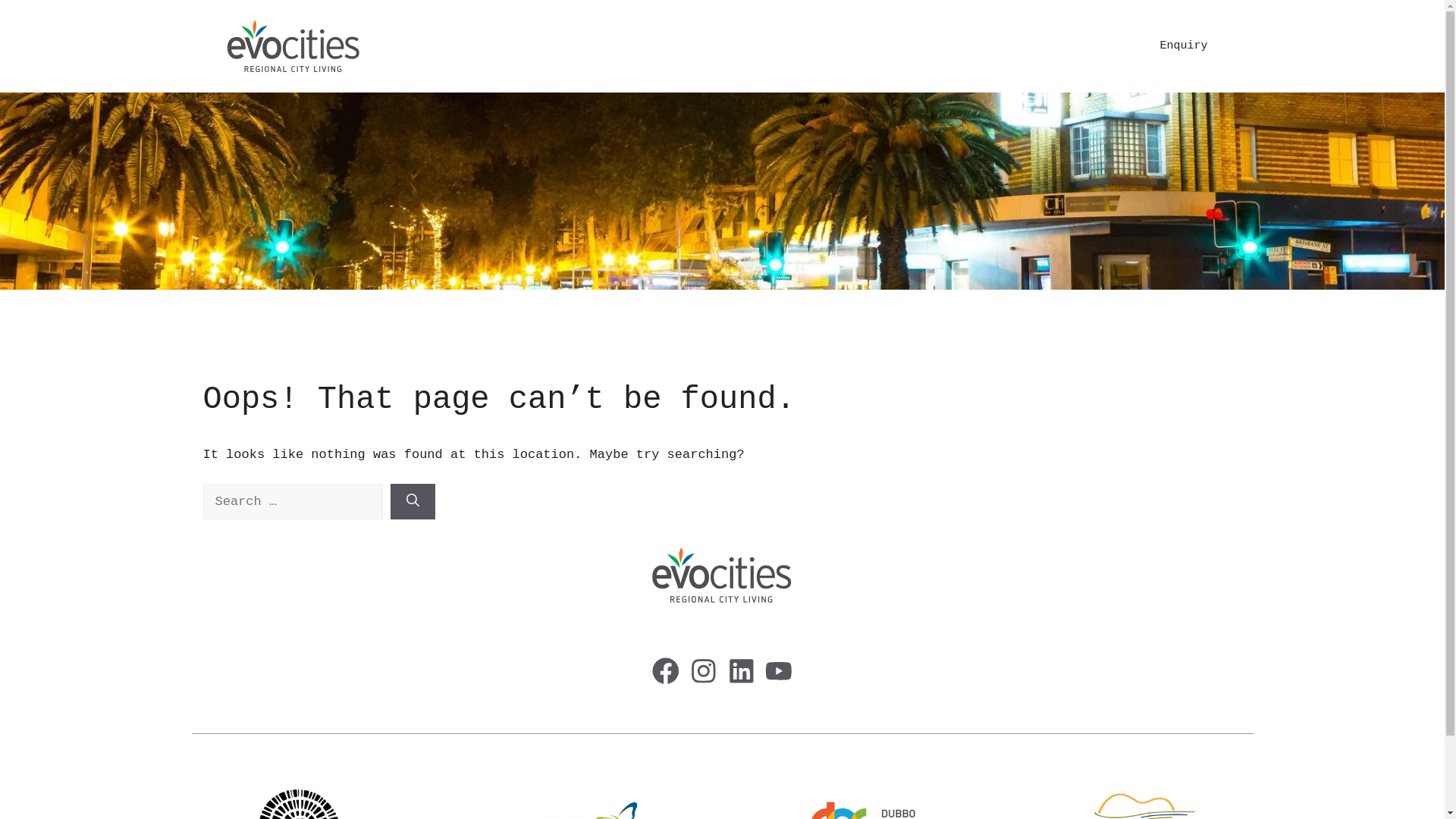  I want to click on 'Evocities', so click(293, 45).